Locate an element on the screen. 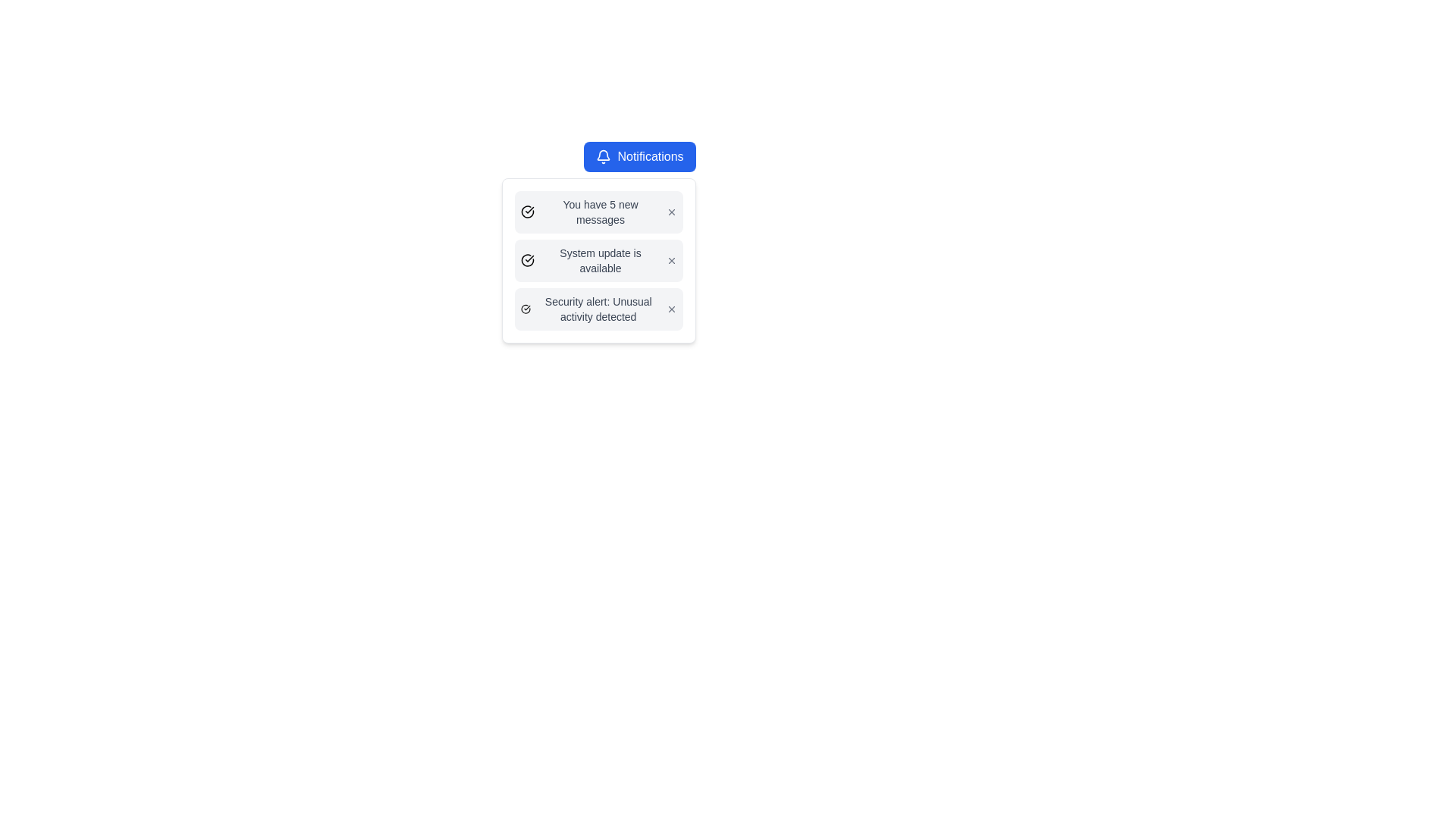  the notification entry displaying 'System update is available' is located at coordinates (598, 259).